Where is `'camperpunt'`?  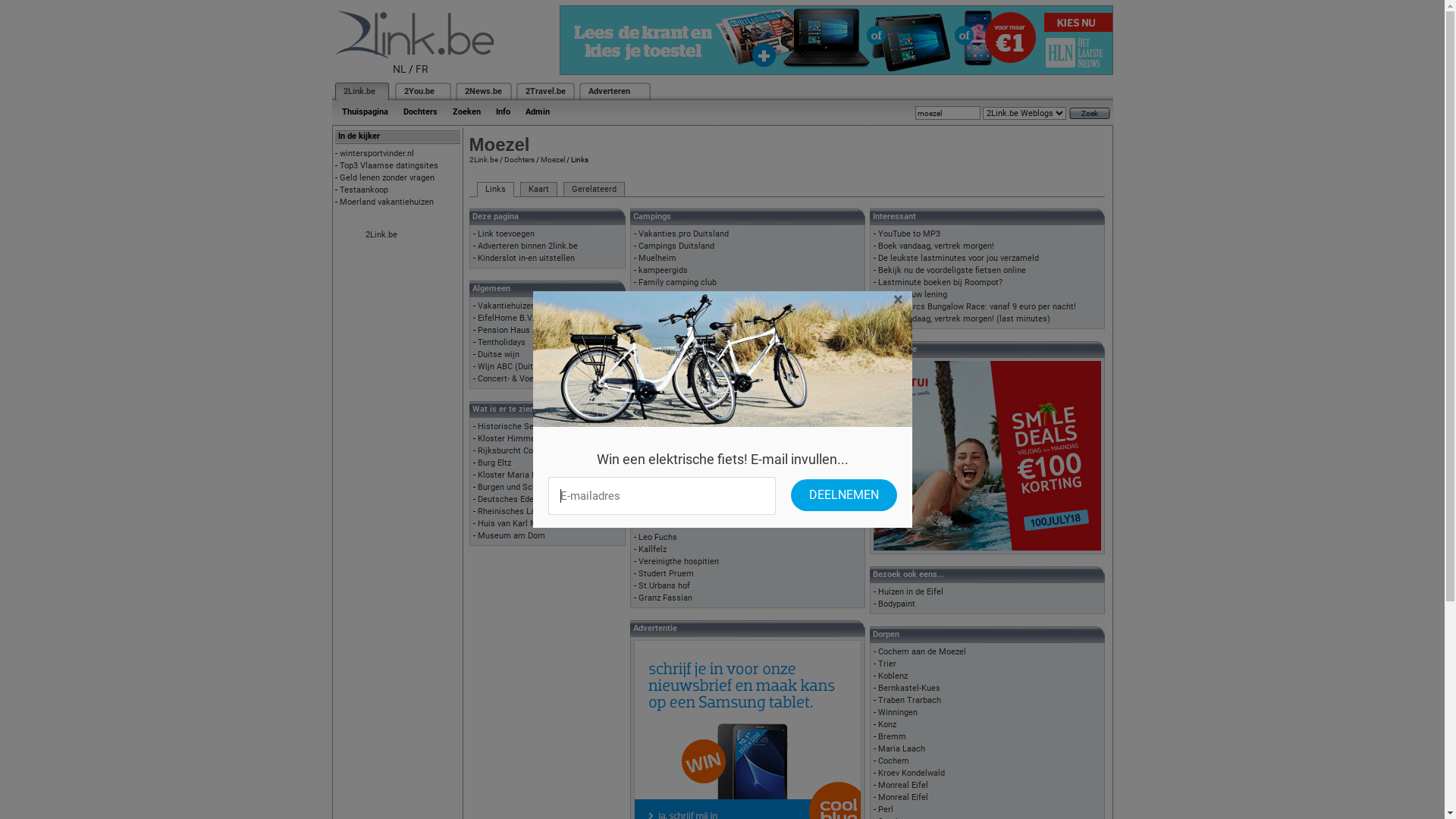
'camperpunt' is located at coordinates (661, 306).